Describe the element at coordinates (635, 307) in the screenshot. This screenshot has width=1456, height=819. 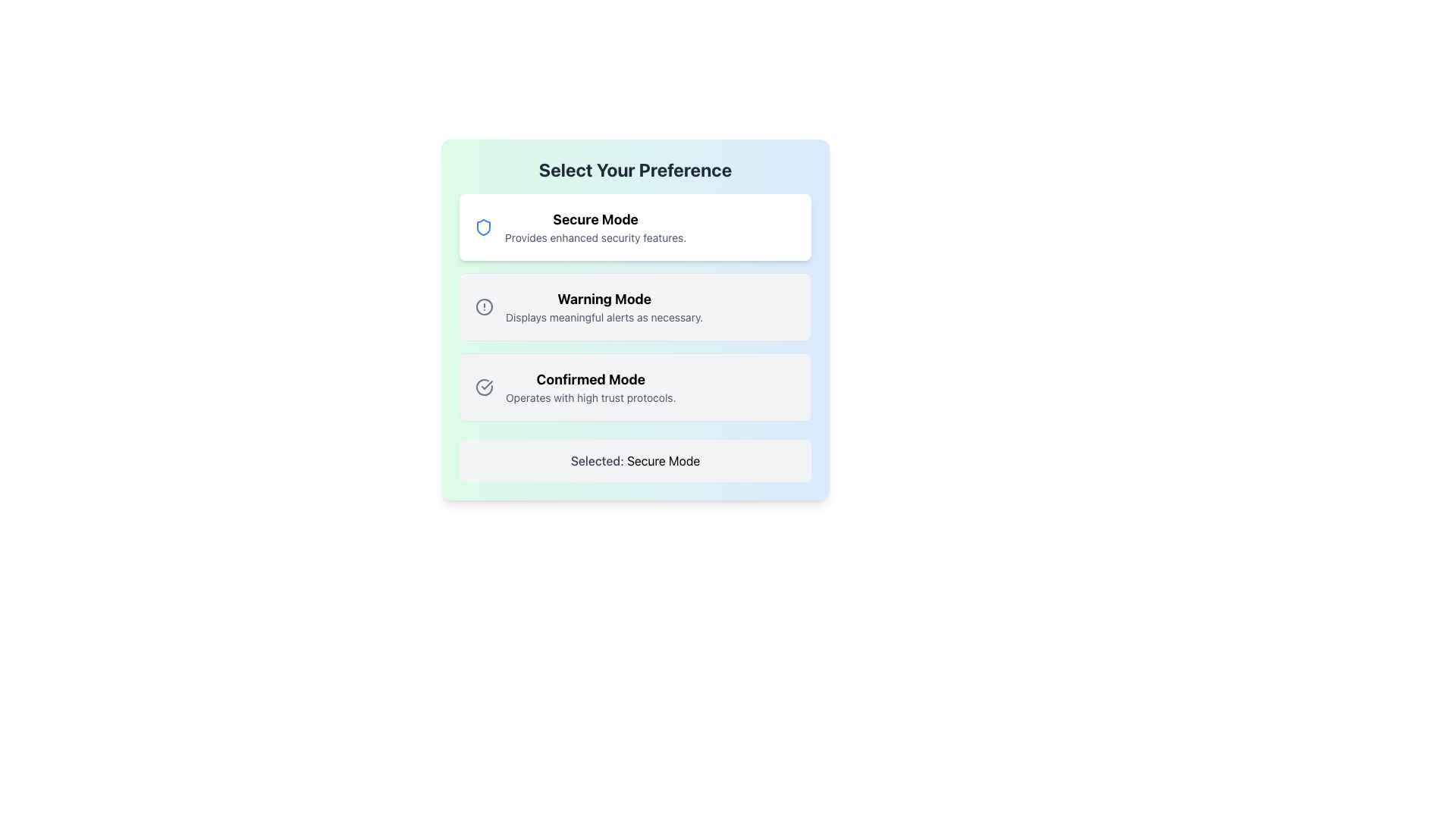
I see `to select the 'Warning Mode' option, which is the second selectable option in a vertical stack, featuring a bold title and an alert icon` at that location.